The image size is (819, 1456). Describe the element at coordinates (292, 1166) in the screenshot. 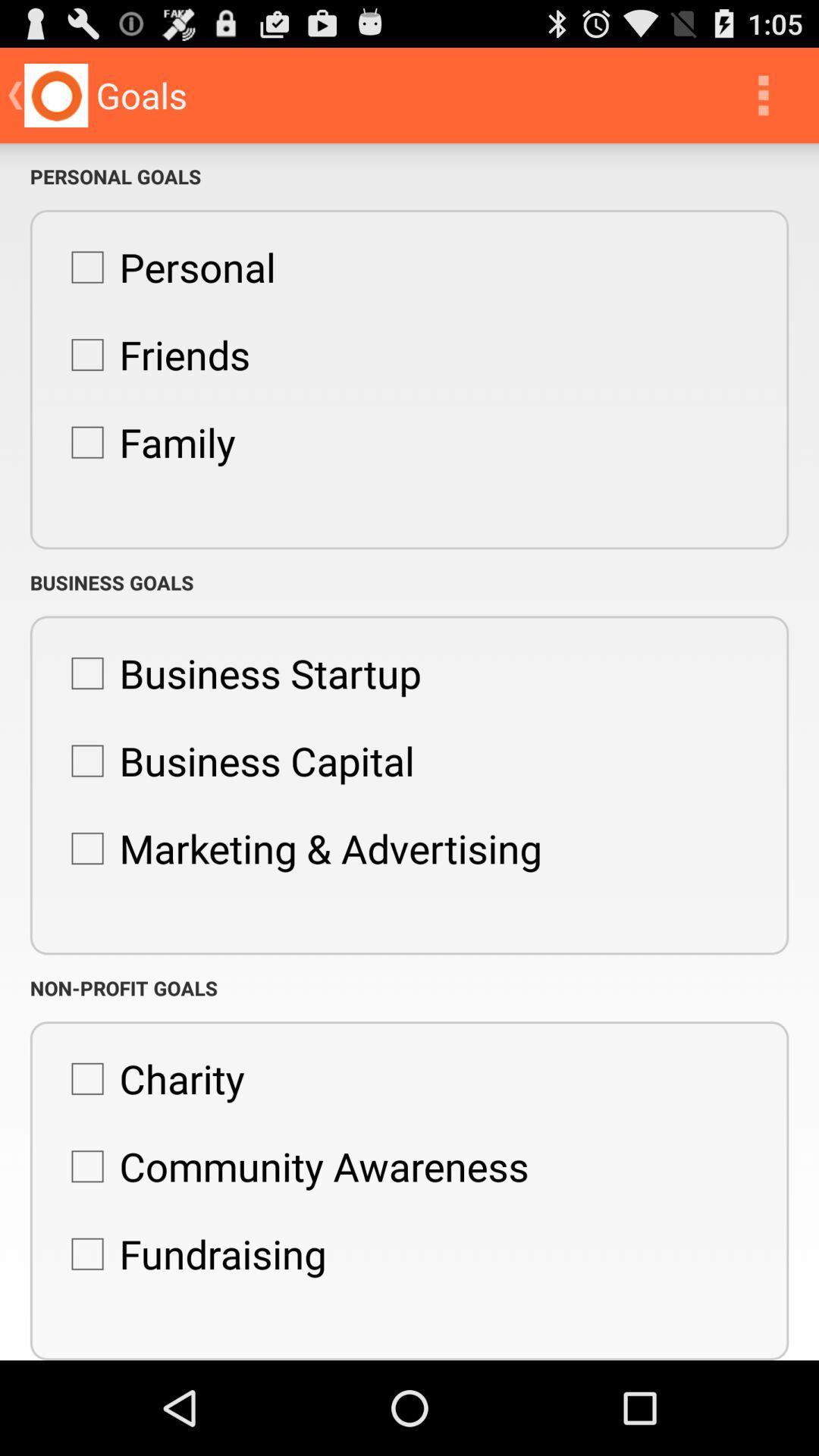

I see `the checkbox above the fundraising icon` at that location.